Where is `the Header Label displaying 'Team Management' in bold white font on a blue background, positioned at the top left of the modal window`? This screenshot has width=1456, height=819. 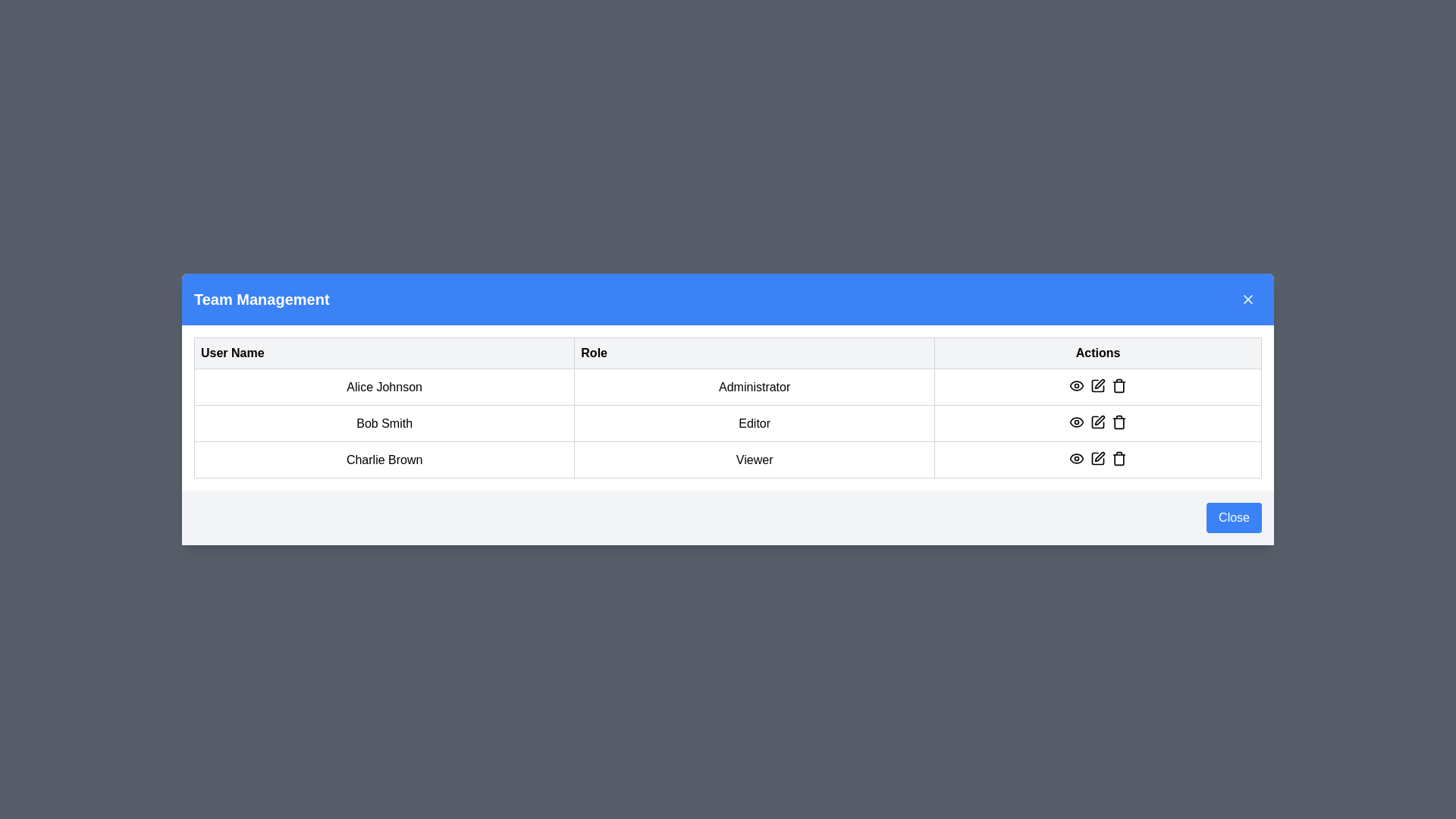 the Header Label displaying 'Team Management' in bold white font on a blue background, positioned at the top left of the modal window is located at coordinates (262, 299).